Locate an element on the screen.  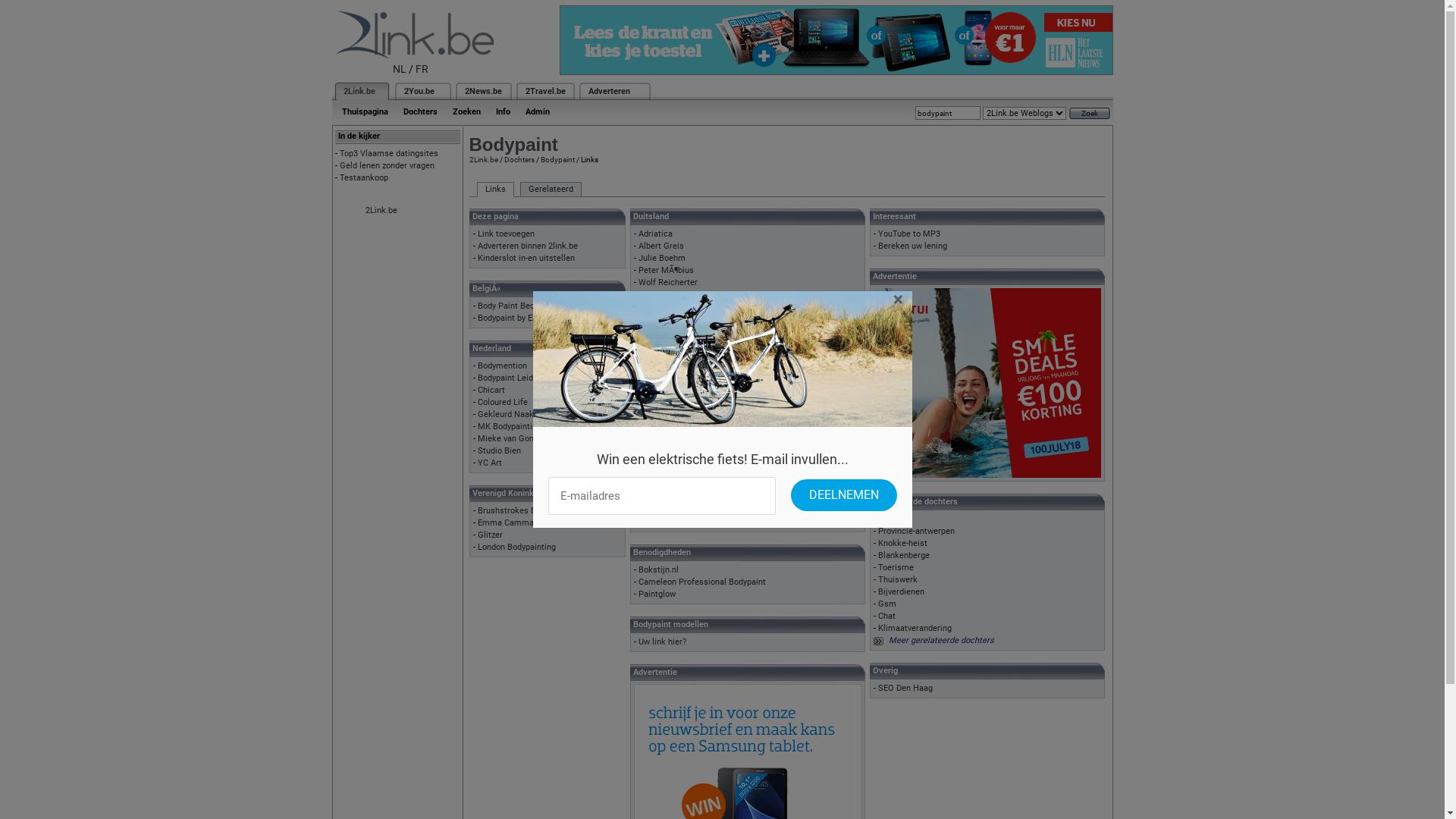
'FR' is located at coordinates (415, 69).